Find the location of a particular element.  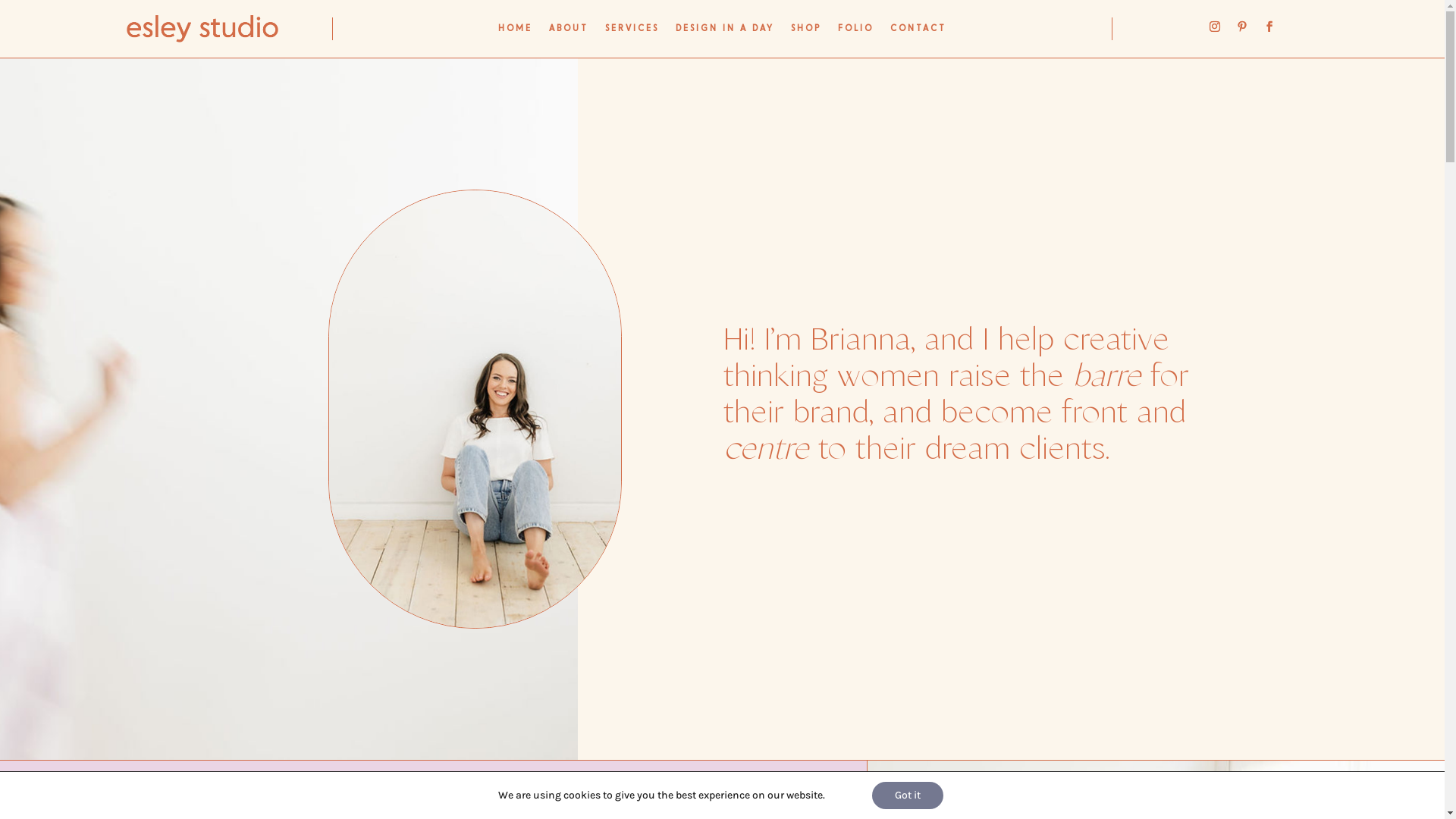

'CONTACT' is located at coordinates (917, 32).